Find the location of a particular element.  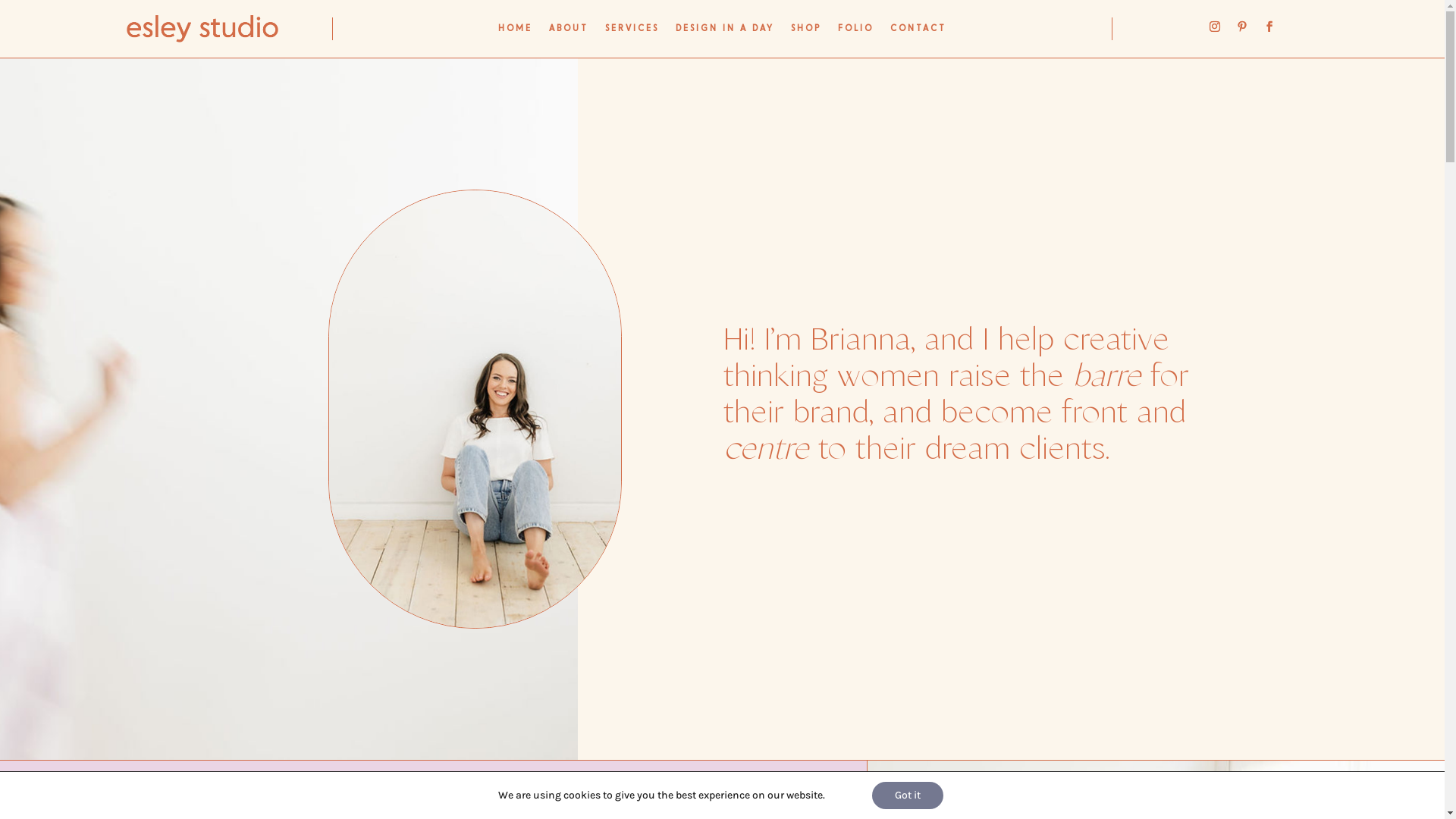

'CONTACT' is located at coordinates (917, 32).